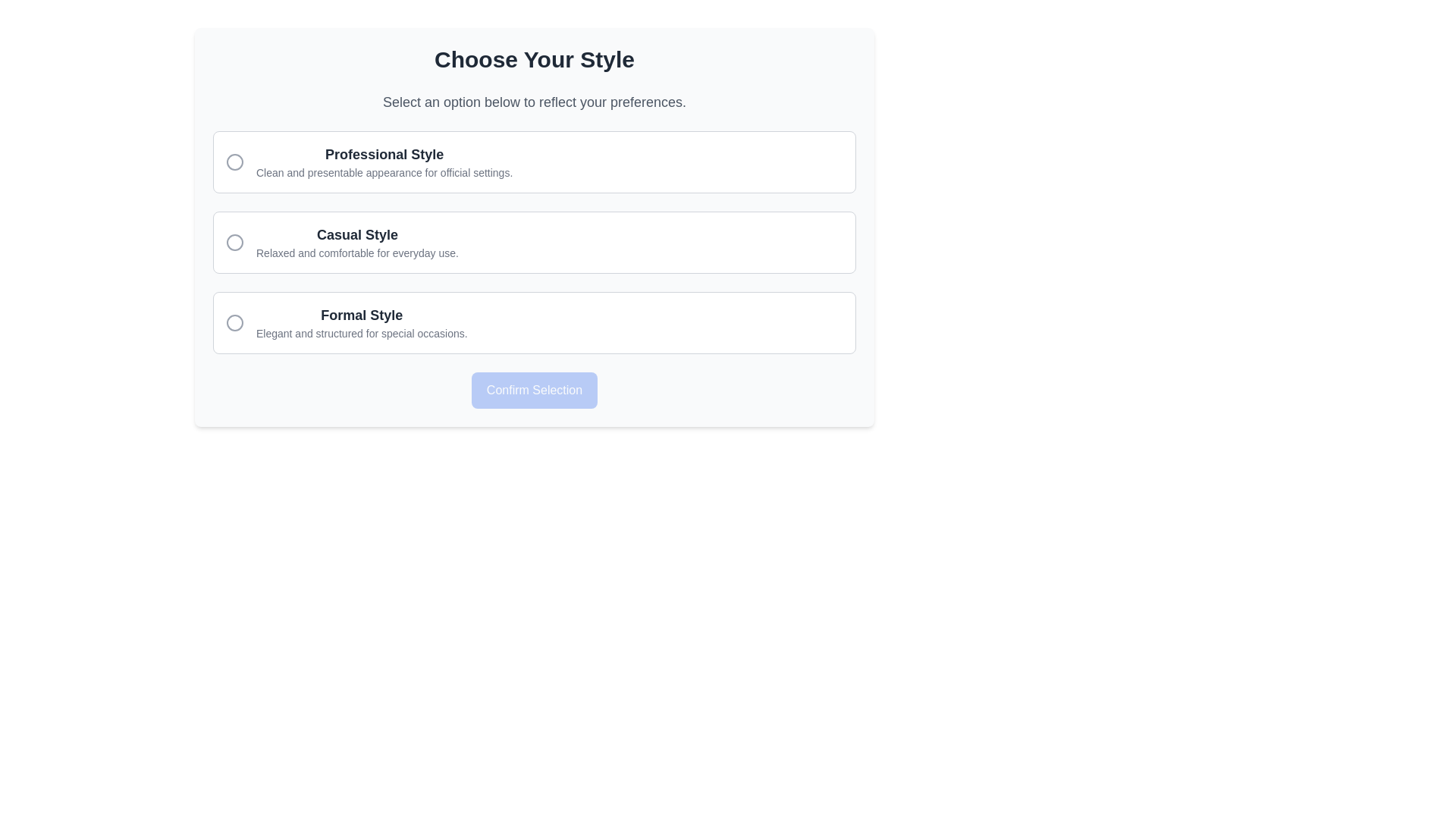  What do you see at coordinates (234, 322) in the screenshot?
I see `the central circular SVG indicator for the 'Formal Style' option in the vertical list of style selectors` at bounding box center [234, 322].